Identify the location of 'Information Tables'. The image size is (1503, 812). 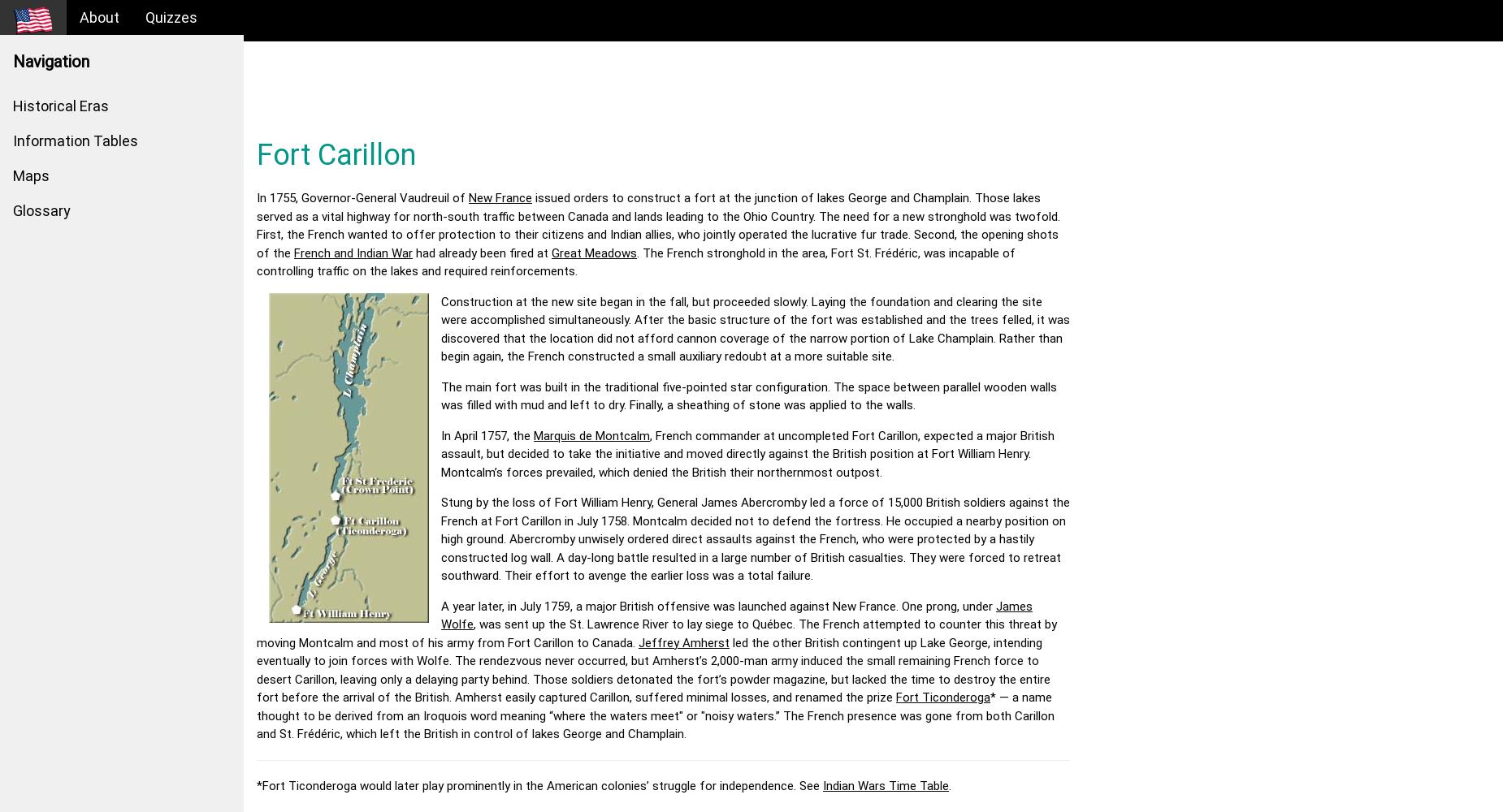
(75, 140).